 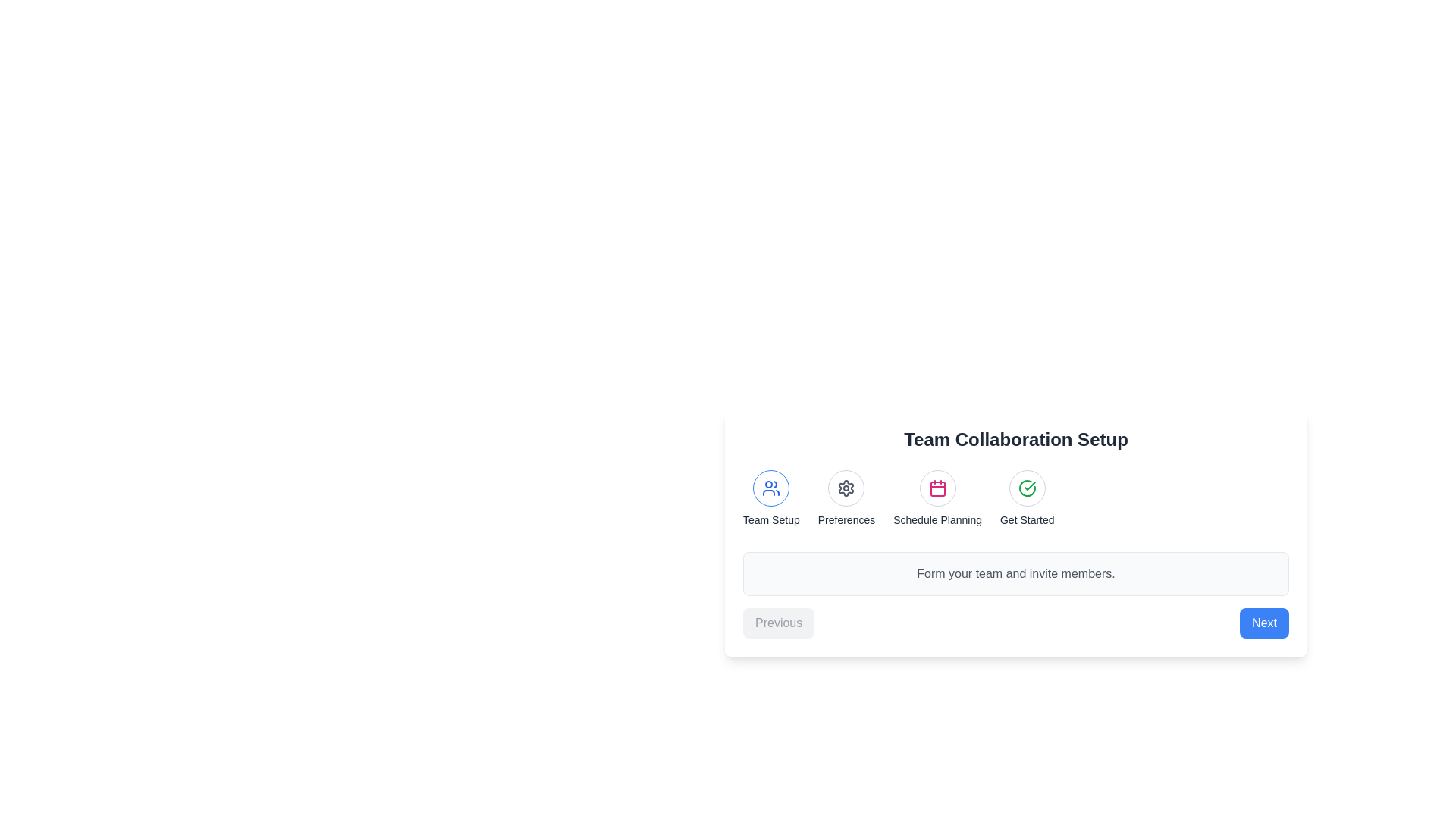 I want to click on the first button in the 'Team Collaboration Setup' section, which allows users to initiate or review team setup configurations, so click(x=771, y=488).